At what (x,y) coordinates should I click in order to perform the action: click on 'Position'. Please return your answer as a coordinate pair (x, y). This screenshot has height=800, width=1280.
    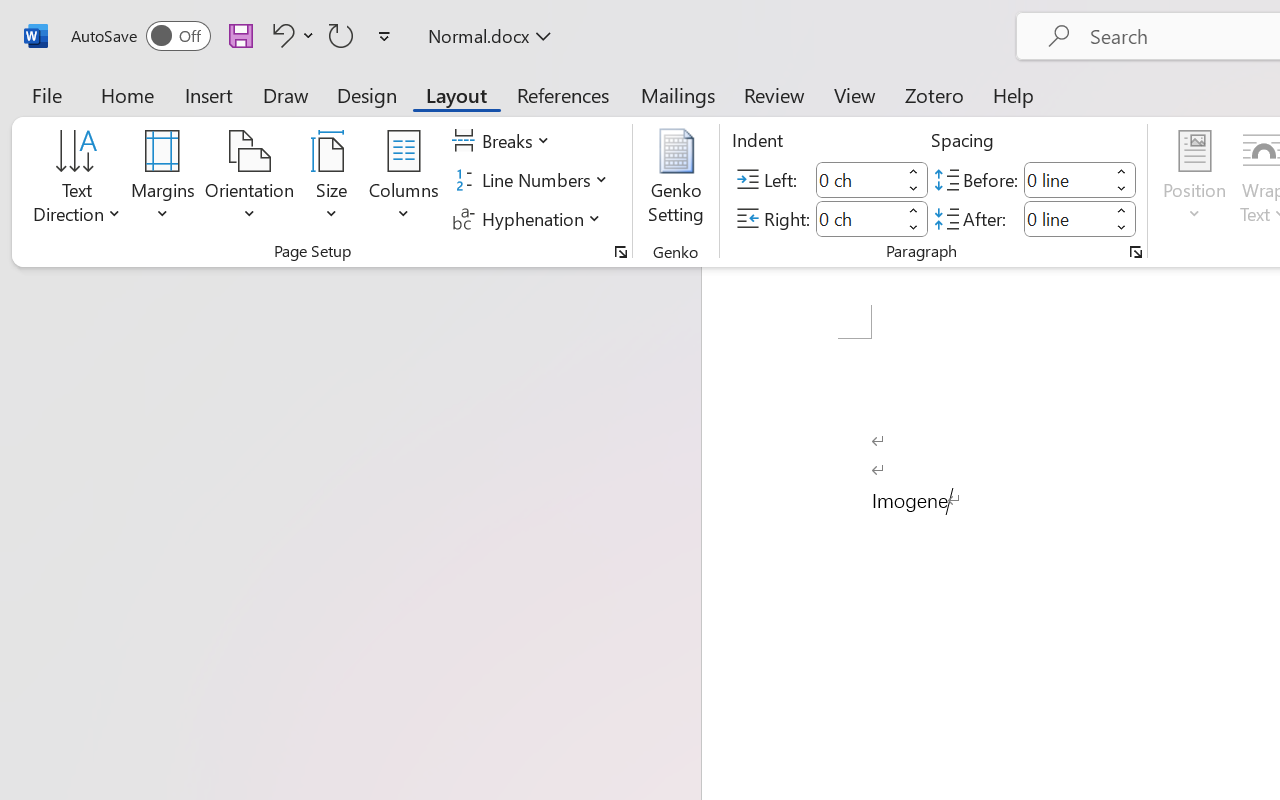
    Looking at the image, I should click on (1194, 179).